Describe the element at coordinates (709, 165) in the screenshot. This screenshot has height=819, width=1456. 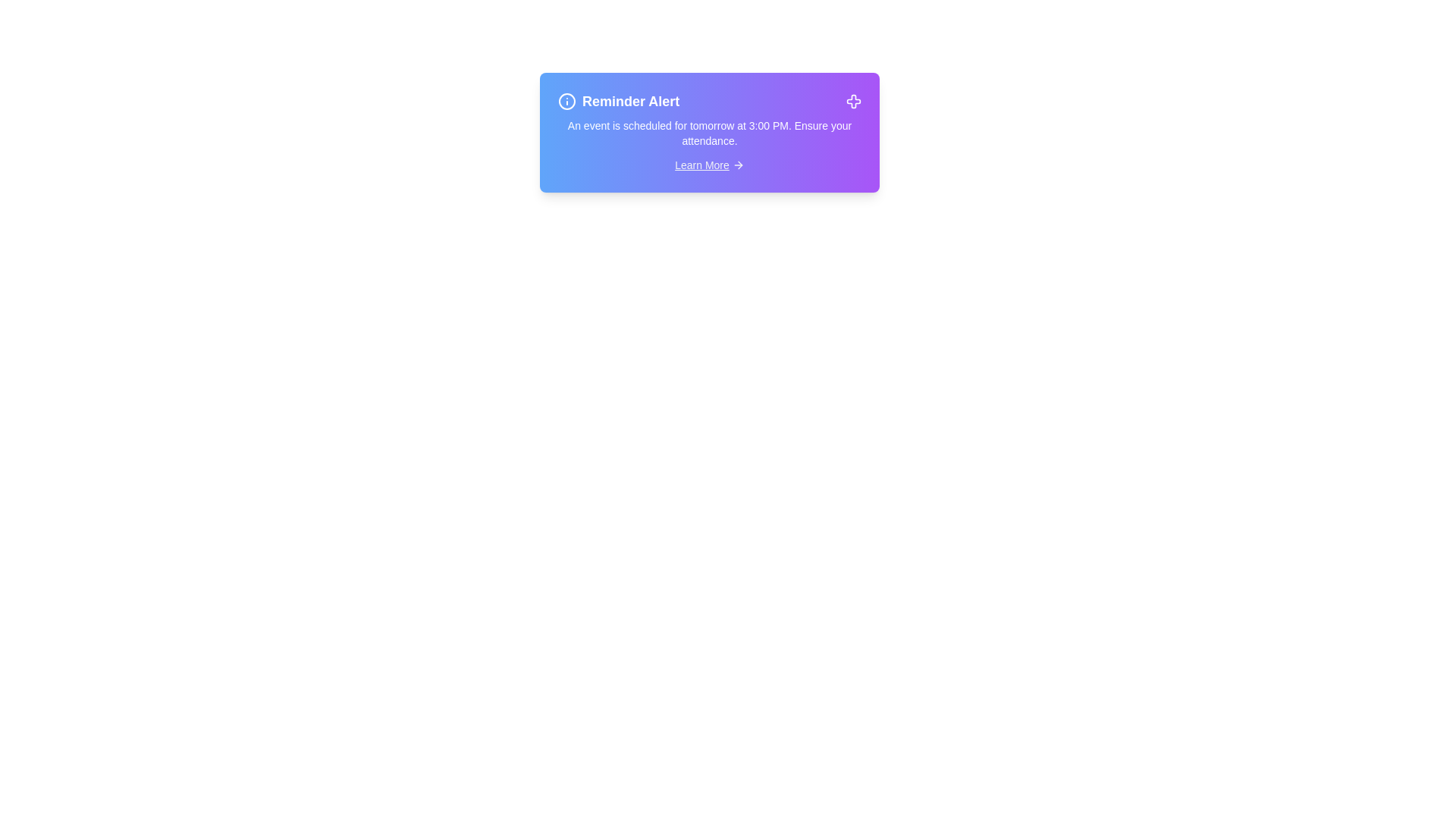
I see `the 'Learn More' link in the EnhancedAlert component` at that location.